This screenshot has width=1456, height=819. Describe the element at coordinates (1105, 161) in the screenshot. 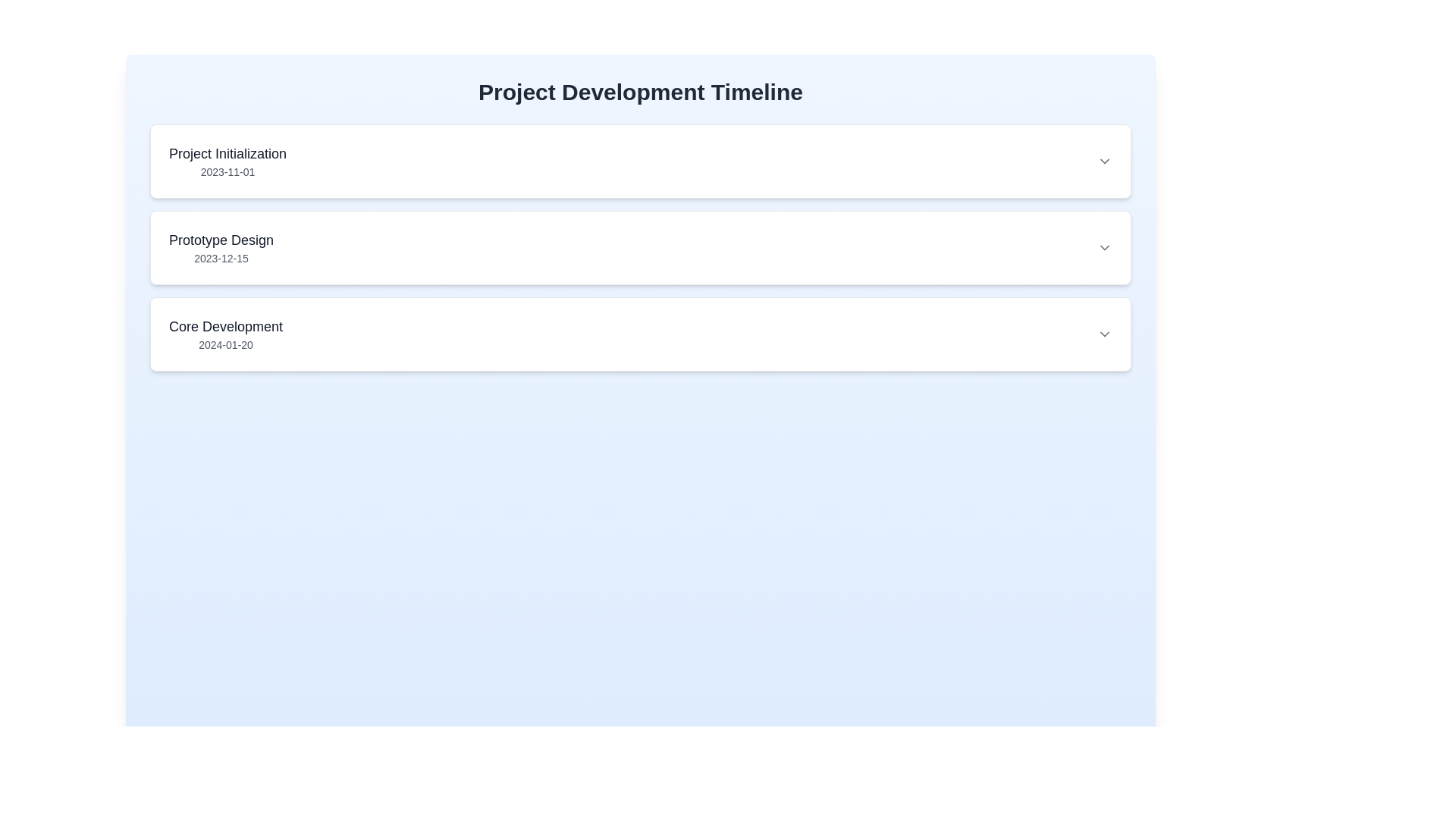

I see `the small downward-pointing chevron icon at the far-right end of the 'Project Initialization' section` at that location.